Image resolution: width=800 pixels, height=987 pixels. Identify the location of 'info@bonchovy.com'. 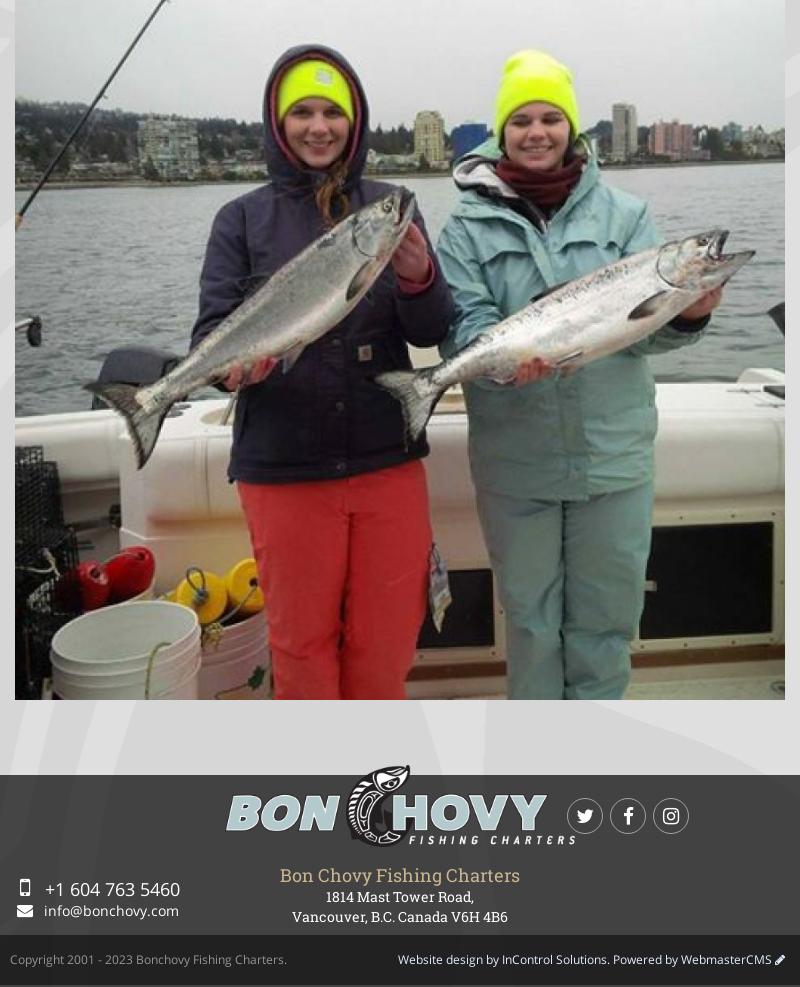
(108, 908).